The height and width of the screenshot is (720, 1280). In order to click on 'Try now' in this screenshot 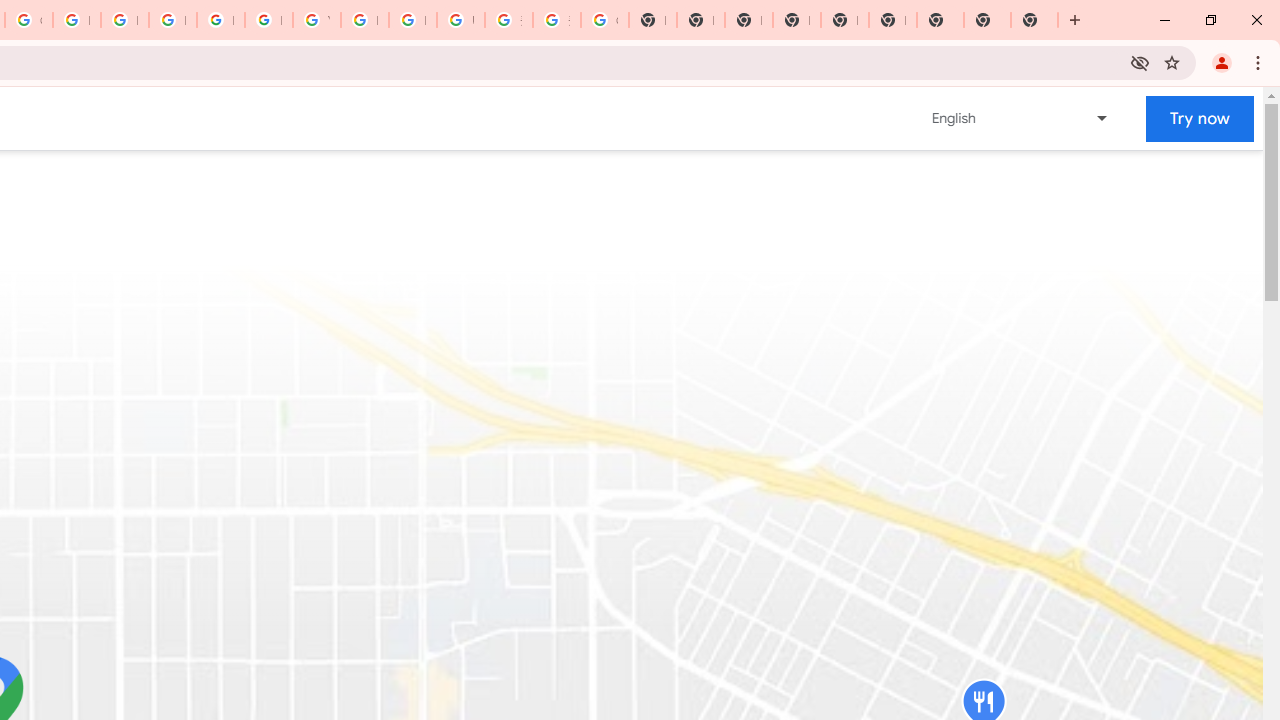, I will do `click(1200, 118)`.